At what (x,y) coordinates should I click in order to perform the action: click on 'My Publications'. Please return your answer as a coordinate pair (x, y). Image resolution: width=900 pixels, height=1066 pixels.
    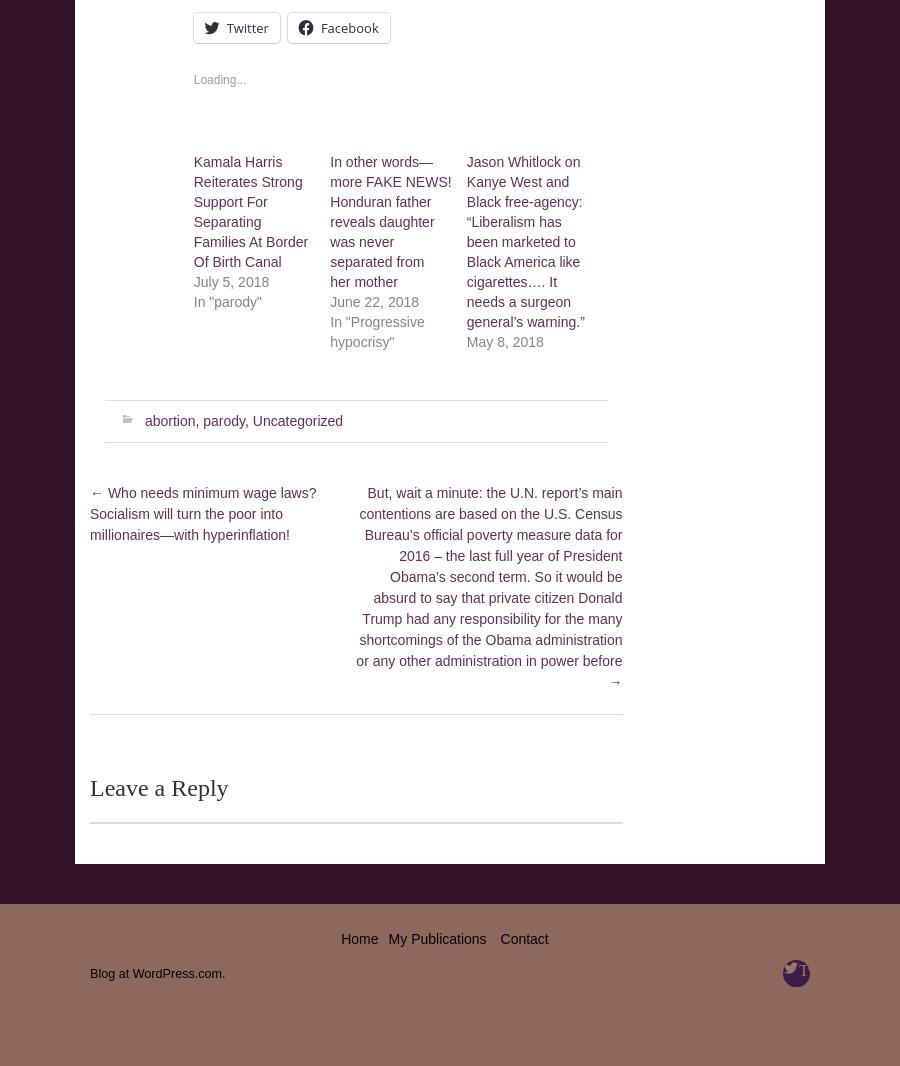
    Looking at the image, I should click on (437, 937).